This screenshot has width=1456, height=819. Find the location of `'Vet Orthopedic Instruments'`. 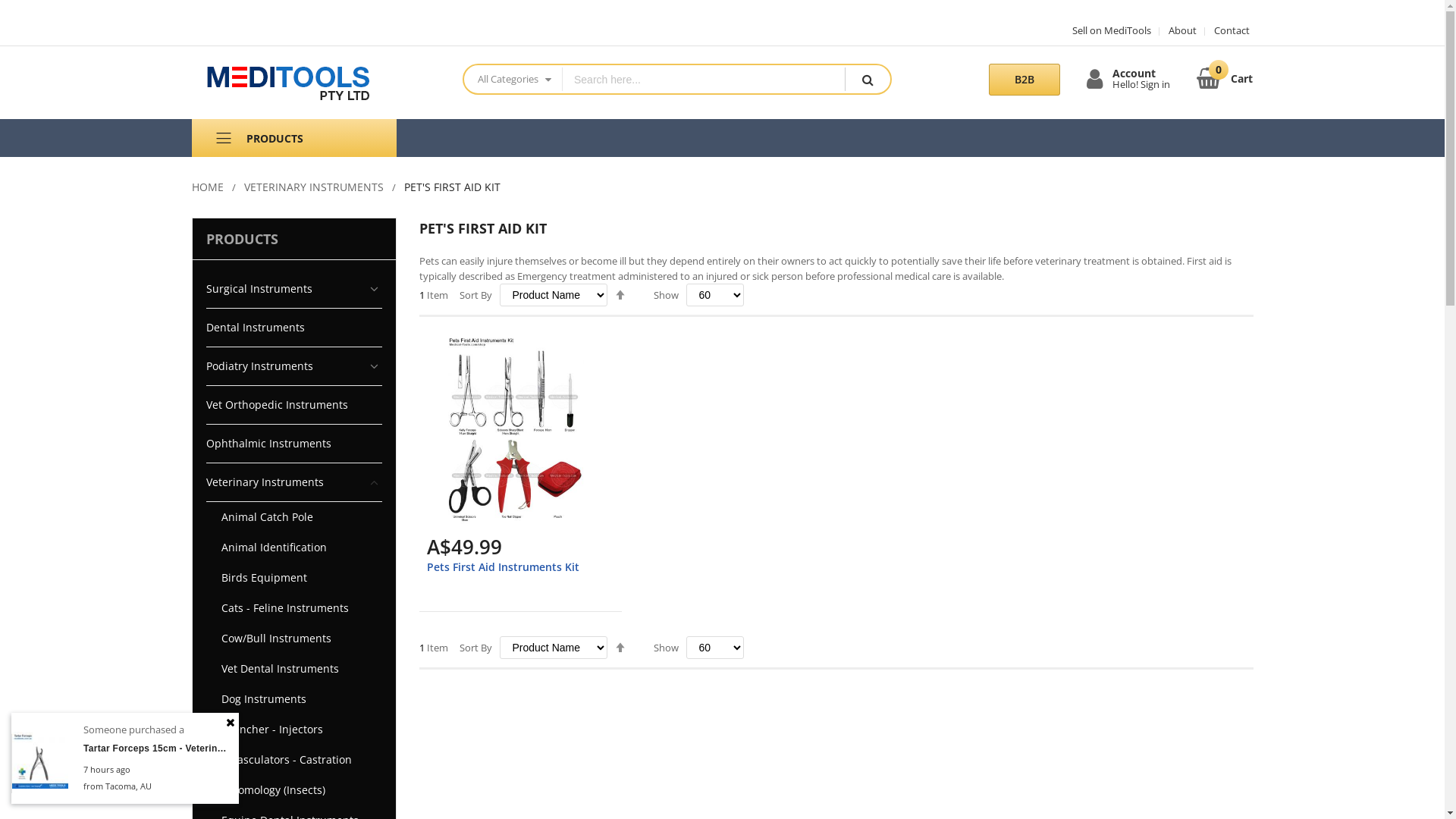

'Vet Orthopedic Instruments' is located at coordinates (294, 404).